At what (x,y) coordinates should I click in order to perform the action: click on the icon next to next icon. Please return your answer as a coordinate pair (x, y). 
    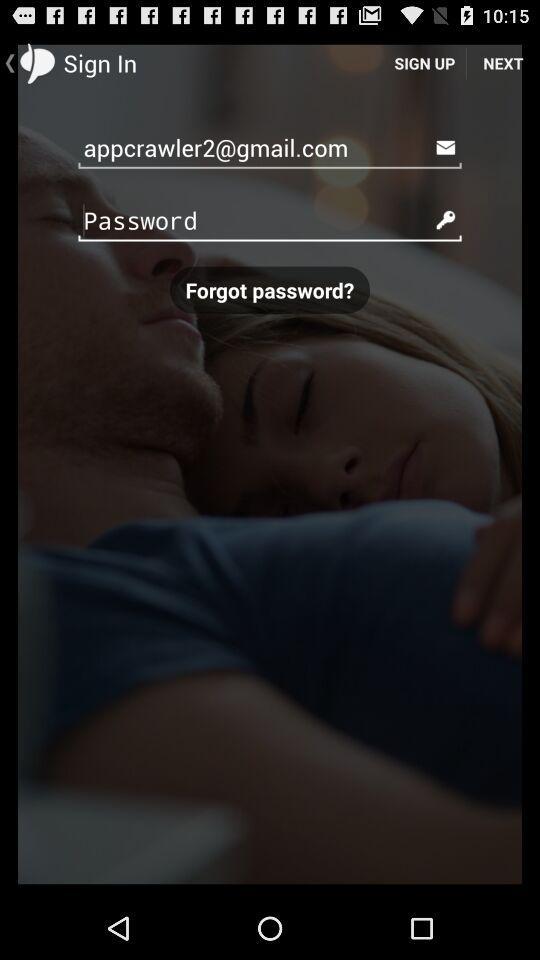
    Looking at the image, I should click on (423, 62).